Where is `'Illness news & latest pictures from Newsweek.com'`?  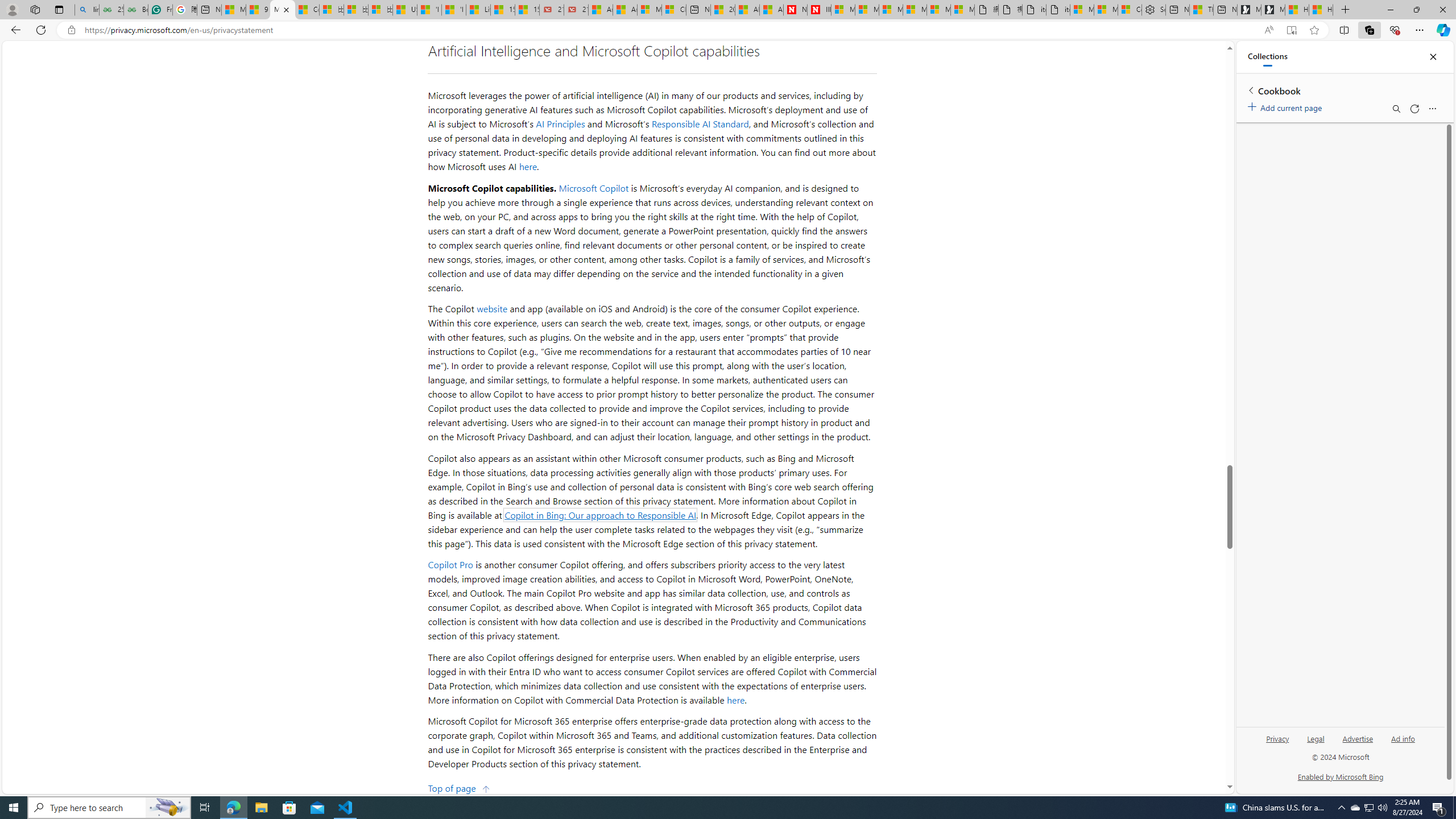 'Illness news & latest pictures from Newsweek.com' is located at coordinates (818, 9).